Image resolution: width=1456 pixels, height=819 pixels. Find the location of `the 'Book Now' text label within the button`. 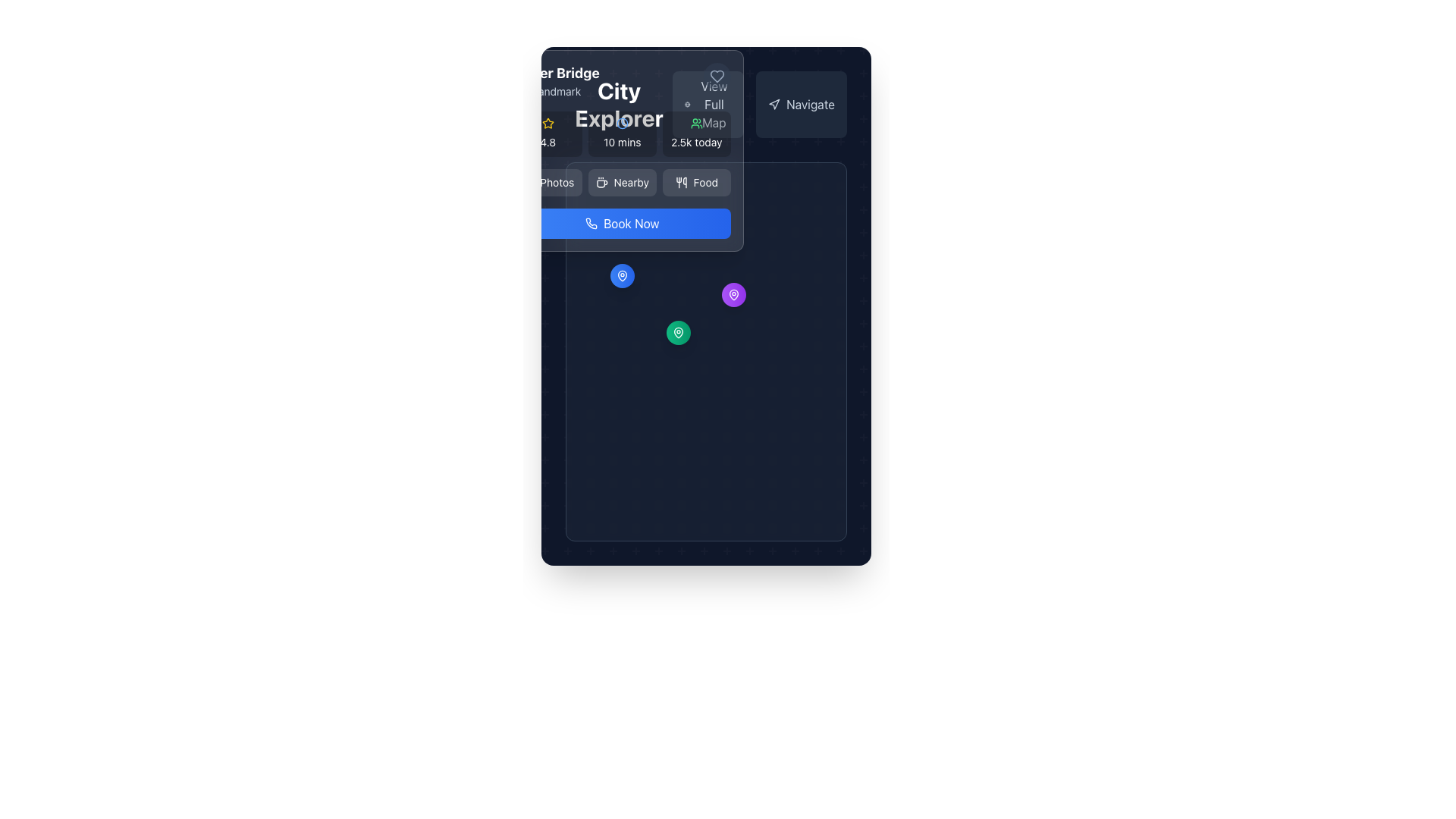

the 'Book Now' text label within the button is located at coordinates (631, 224).